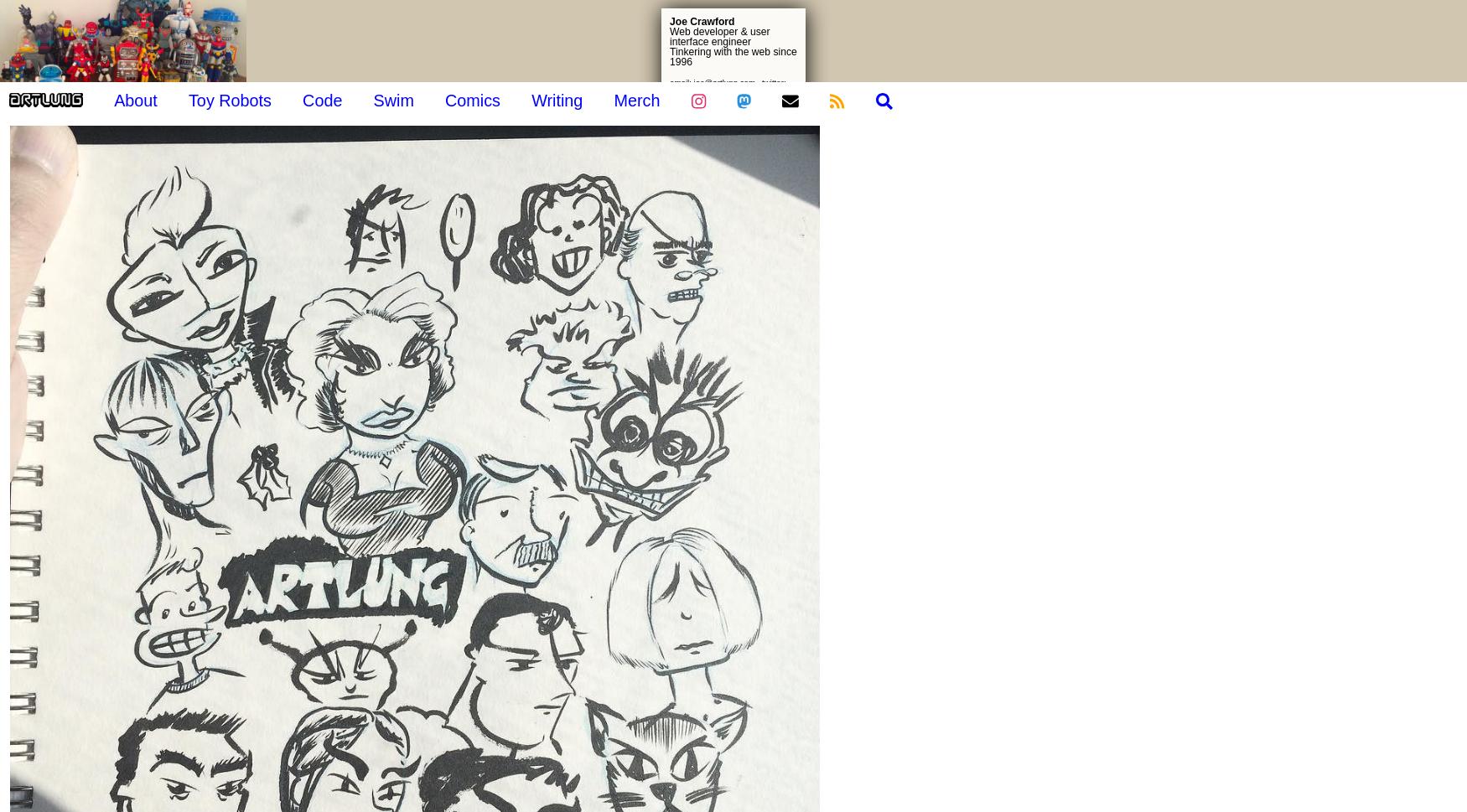 Image resolution: width=1467 pixels, height=812 pixels. I want to click on 'Writing', so click(556, 99).